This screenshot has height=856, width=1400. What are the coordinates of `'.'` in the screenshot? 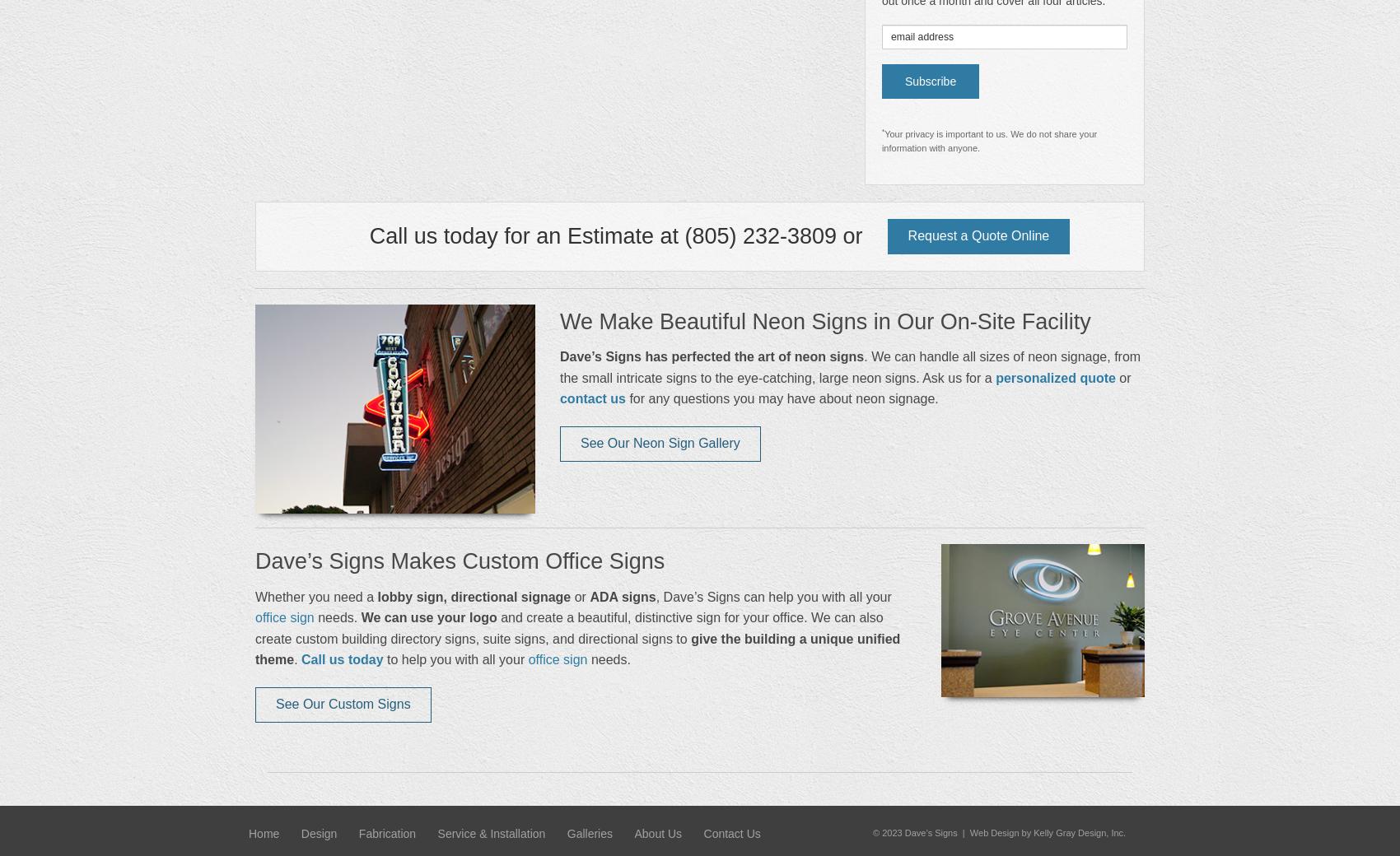 It's located at (296, 658).